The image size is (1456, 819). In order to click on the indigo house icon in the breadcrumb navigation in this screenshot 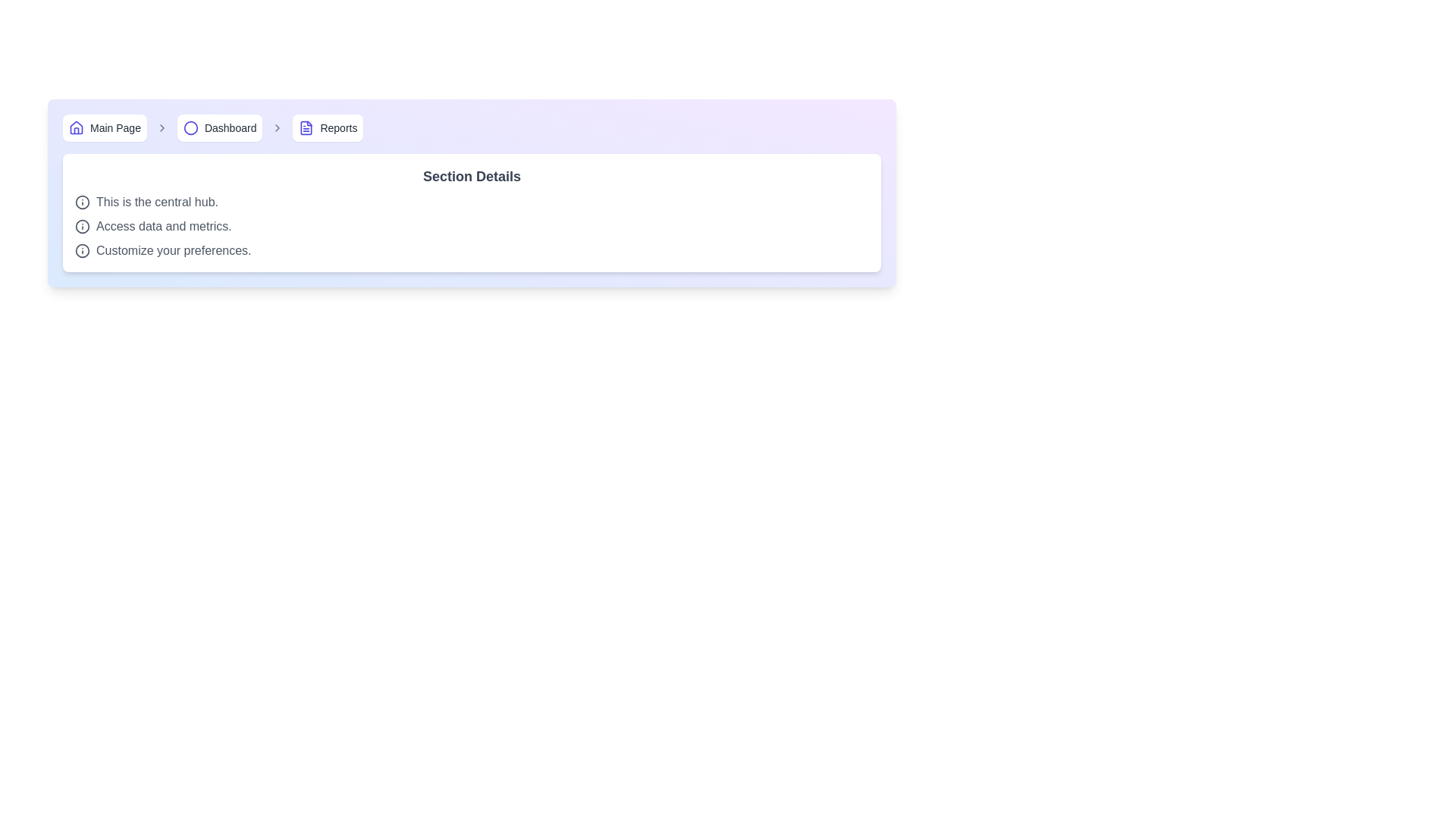, I will do `click(75, 127)`.